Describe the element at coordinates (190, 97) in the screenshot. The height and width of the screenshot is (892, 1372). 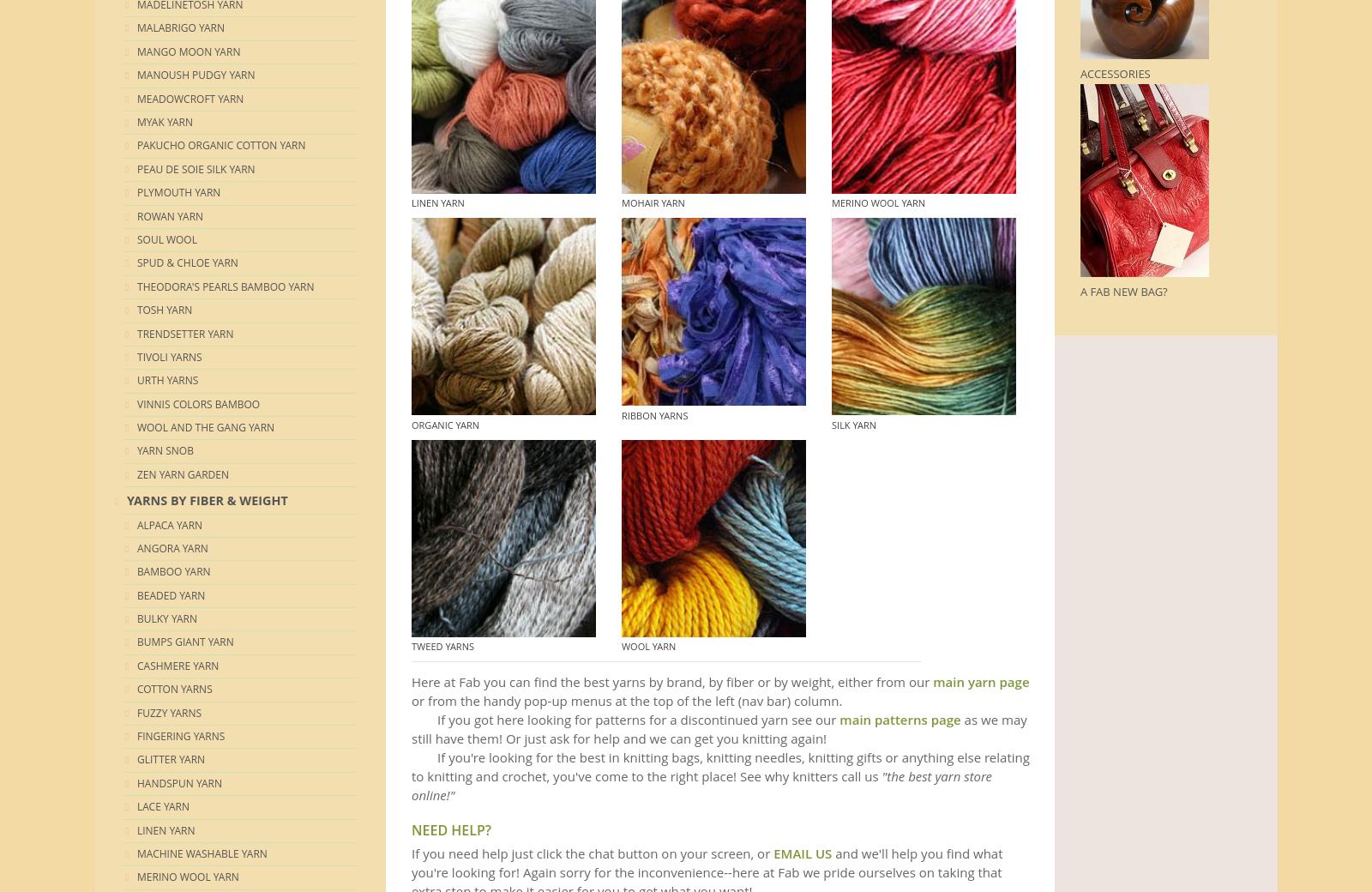
I see `'Meadowcroft Yarn'` at that location.